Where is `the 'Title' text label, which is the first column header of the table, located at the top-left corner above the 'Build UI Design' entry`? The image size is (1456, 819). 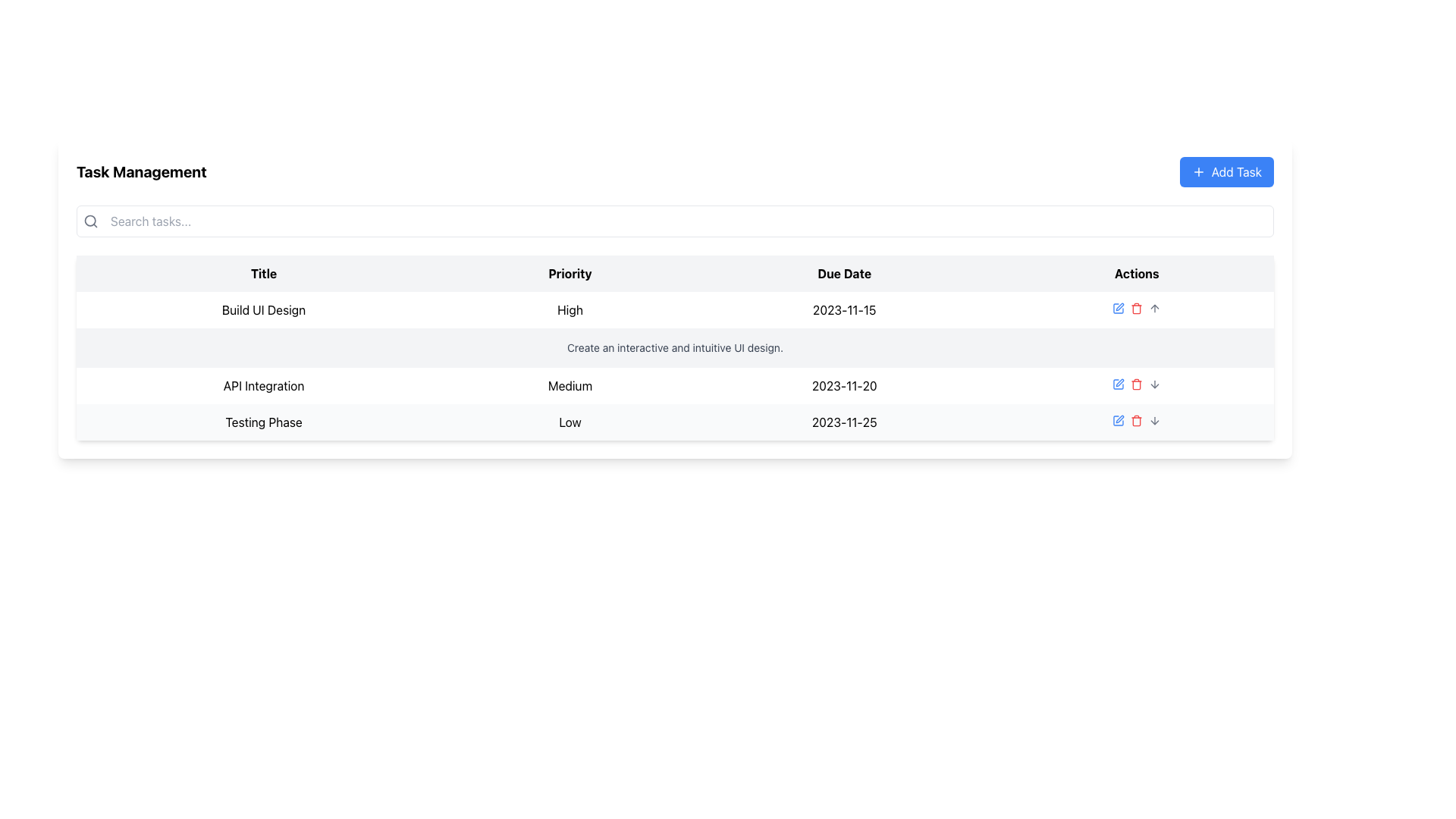
the 'Title' text label, which is the first column header of the table, located at the top-left corner above the 'Build UI Design' entry is located at coordinates (264, 274).